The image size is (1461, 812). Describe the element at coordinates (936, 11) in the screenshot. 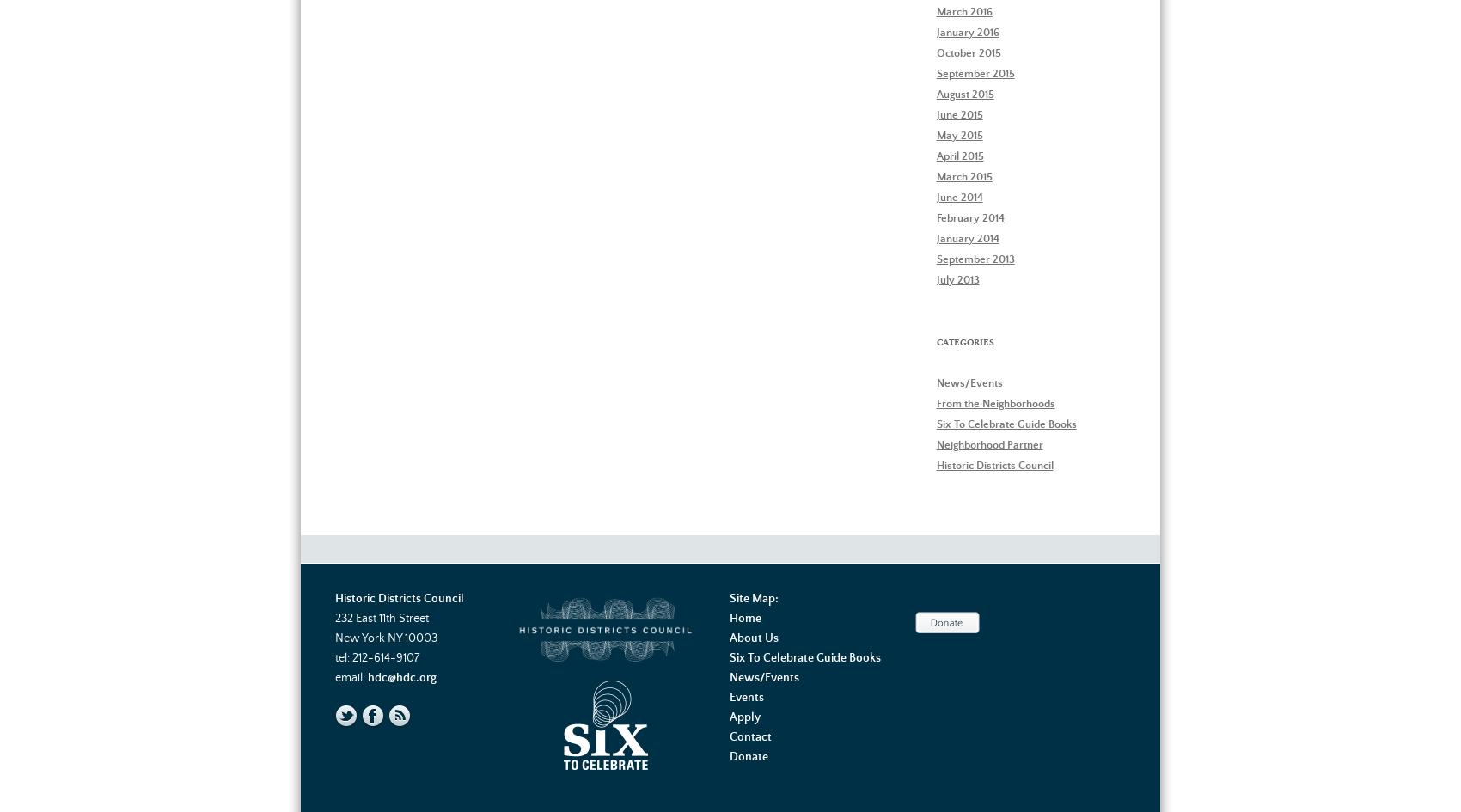

I see `'March 2016'` at that location.